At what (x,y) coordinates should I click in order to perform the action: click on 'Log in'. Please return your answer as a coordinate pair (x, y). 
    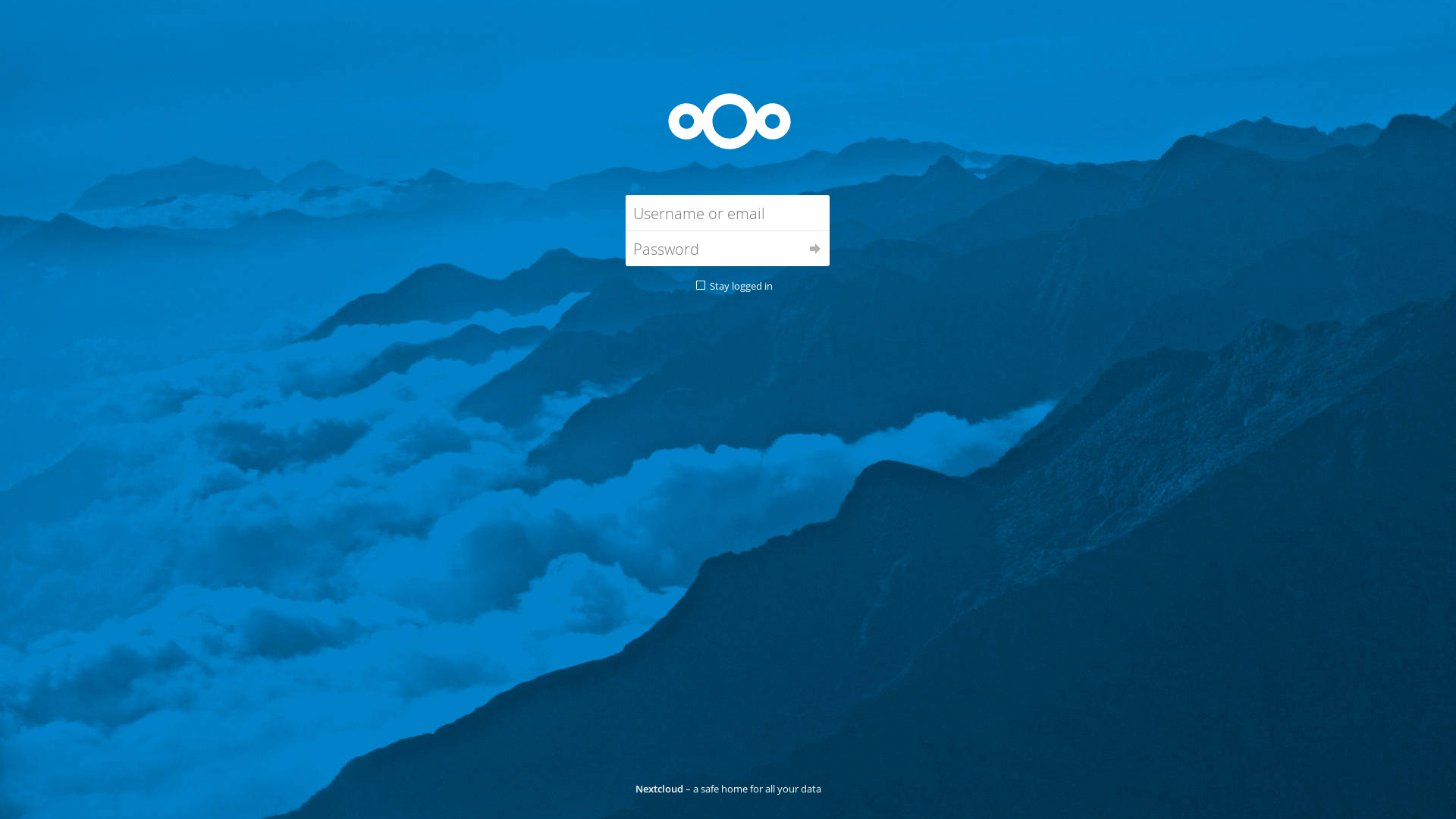
    Looking at the image, I should click on (799, 247).